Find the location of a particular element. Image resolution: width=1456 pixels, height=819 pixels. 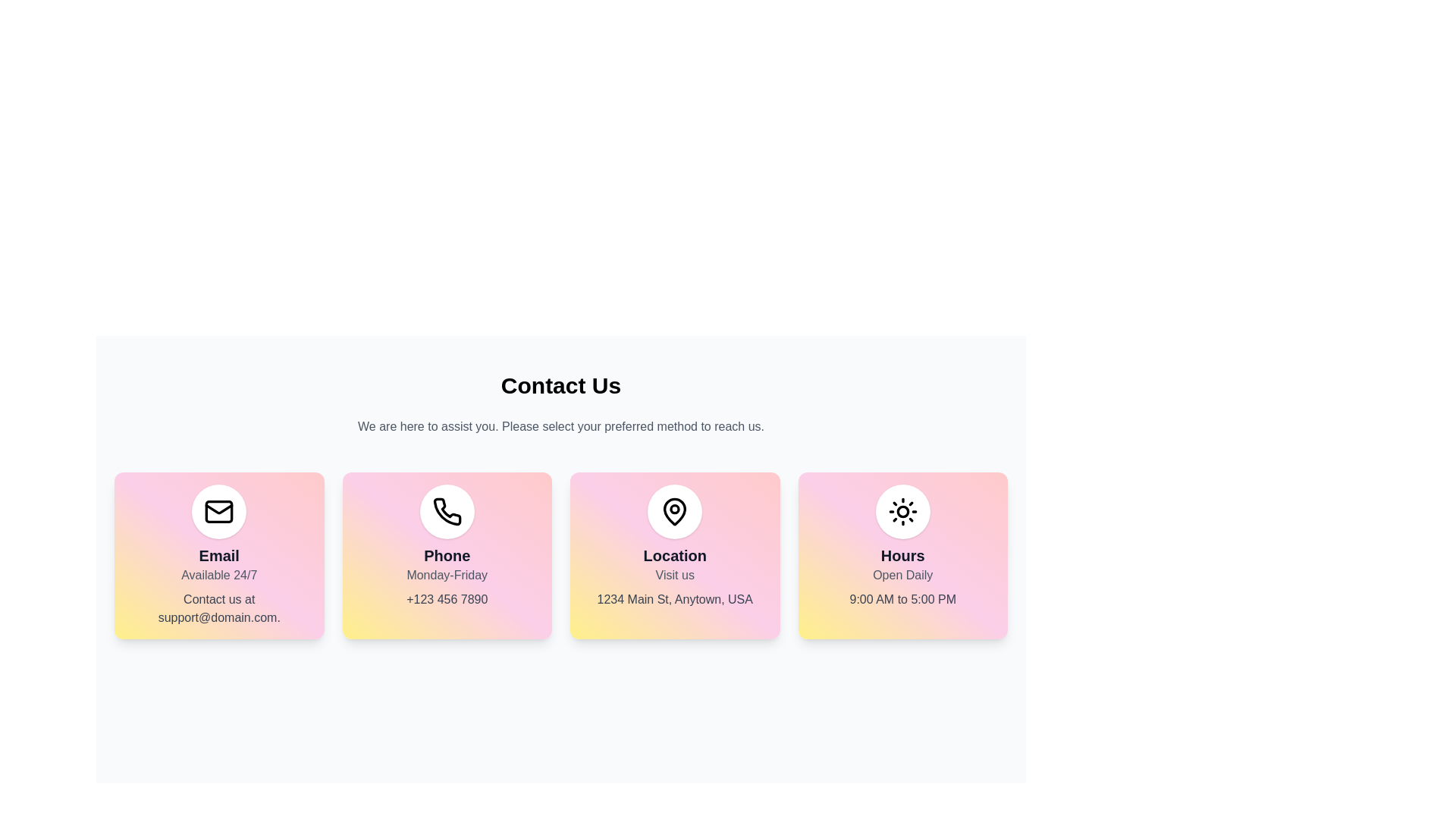

the small circular decorative graphic element located at the center of the pin icon within the 'Location' card is located at coordinates (674, 509).